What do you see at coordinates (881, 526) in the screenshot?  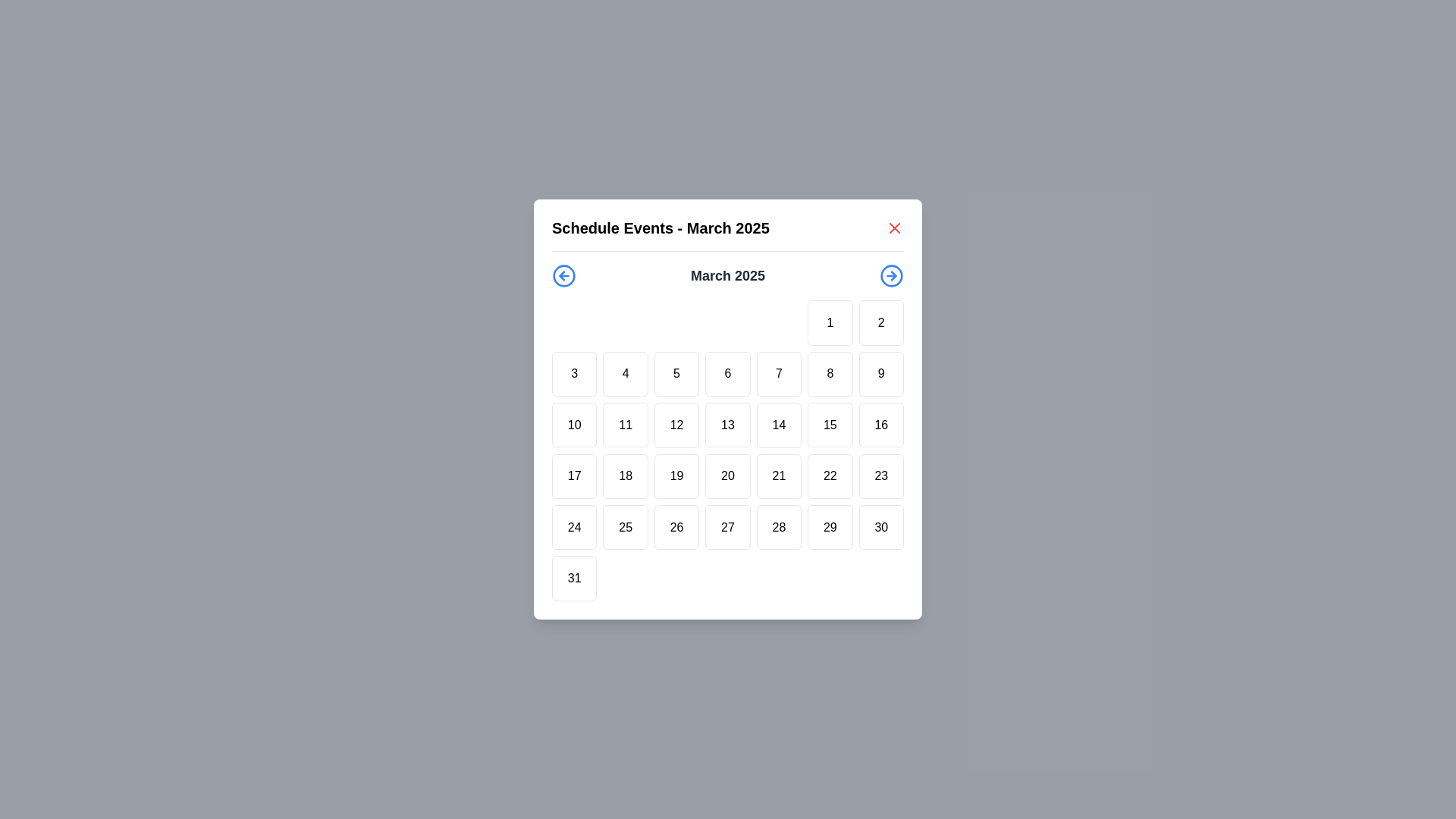 I see `the interactive calendar day cell button displaying the numeral '30'` at bounding box center [881, 526].